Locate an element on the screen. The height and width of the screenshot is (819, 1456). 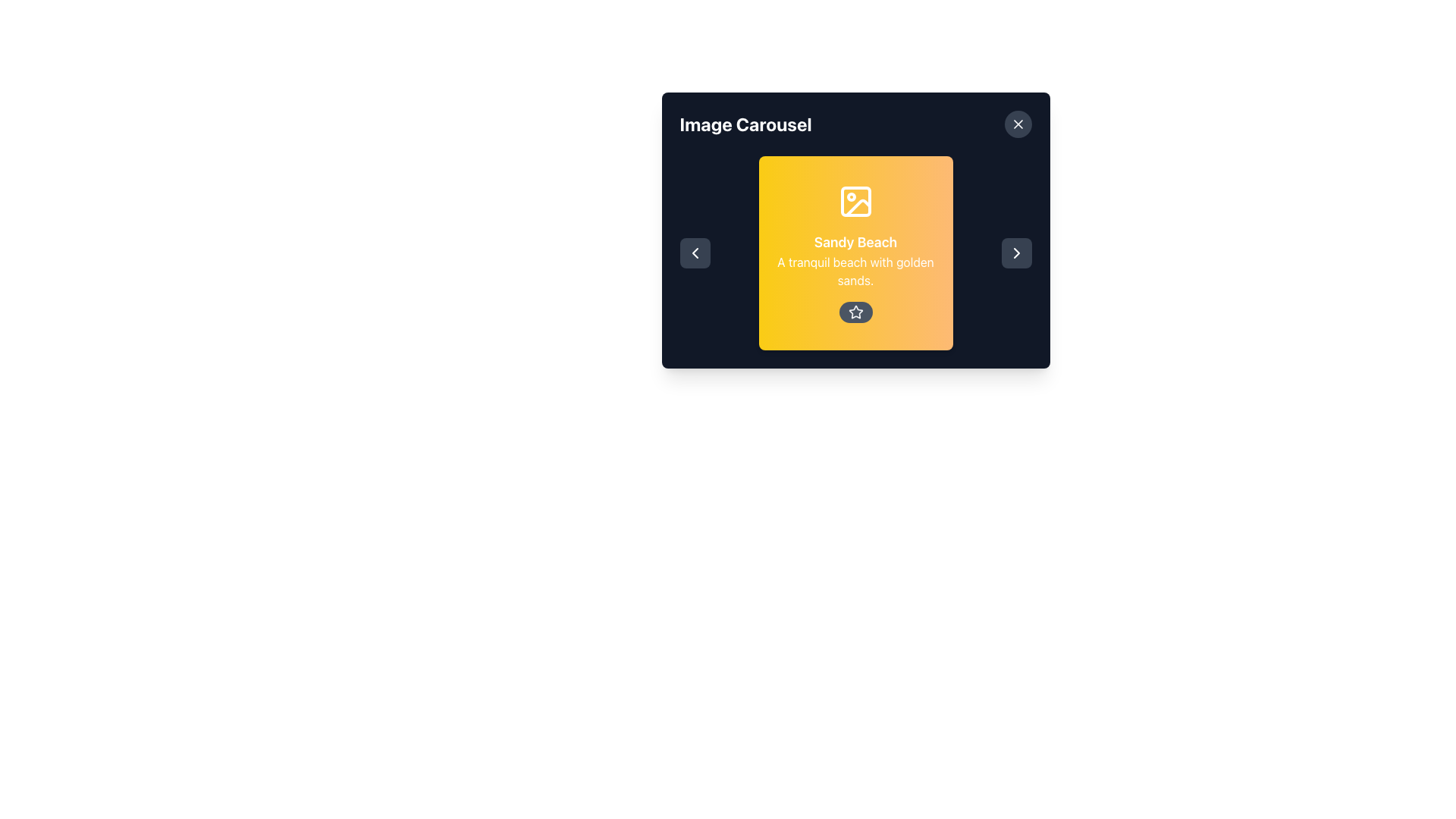
the left-pointing chevron button with a dark-grey background is located at coordinates (694, 253).